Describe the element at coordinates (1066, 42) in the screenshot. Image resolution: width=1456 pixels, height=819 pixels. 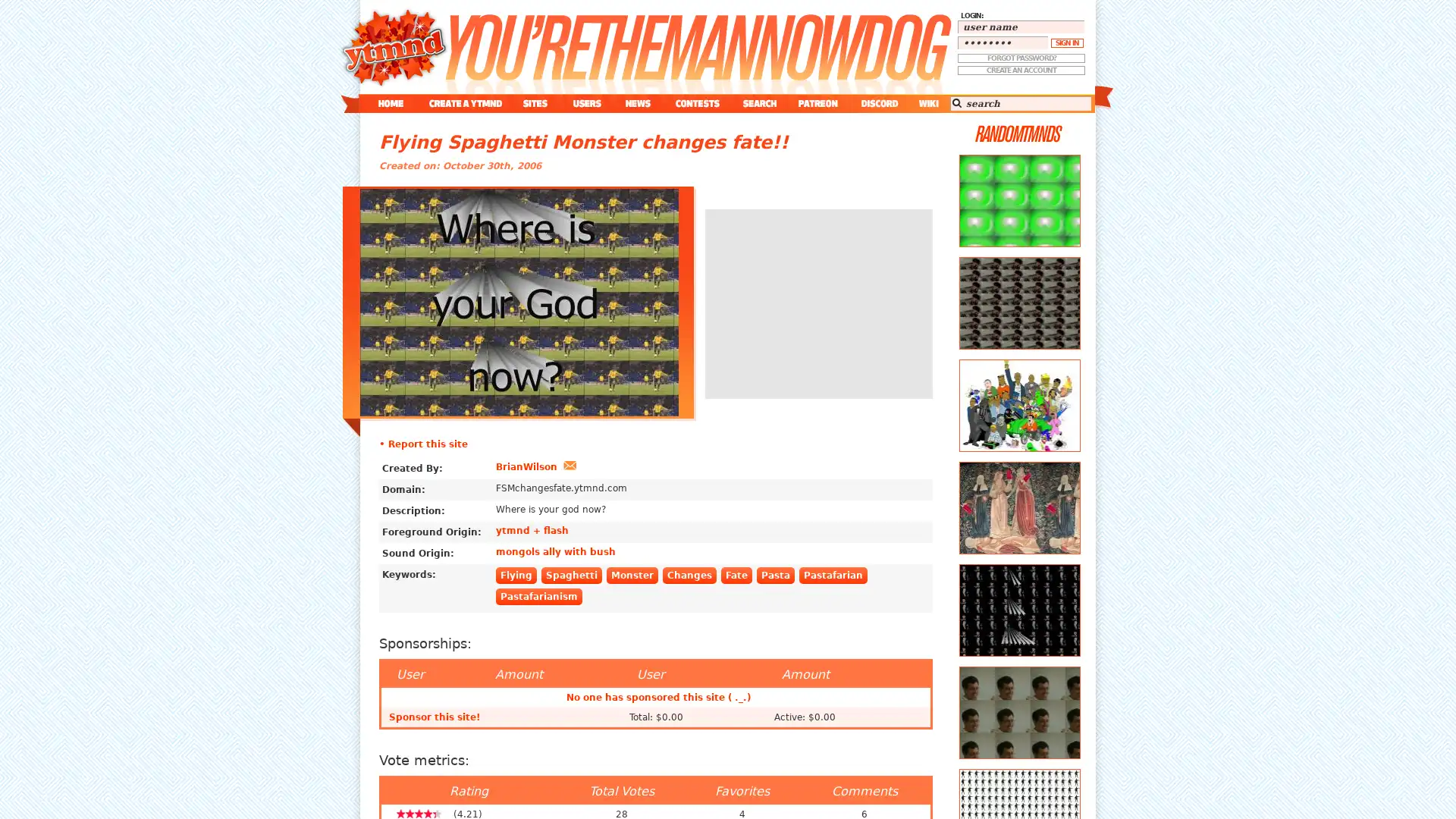
I see `sign in` at that location.